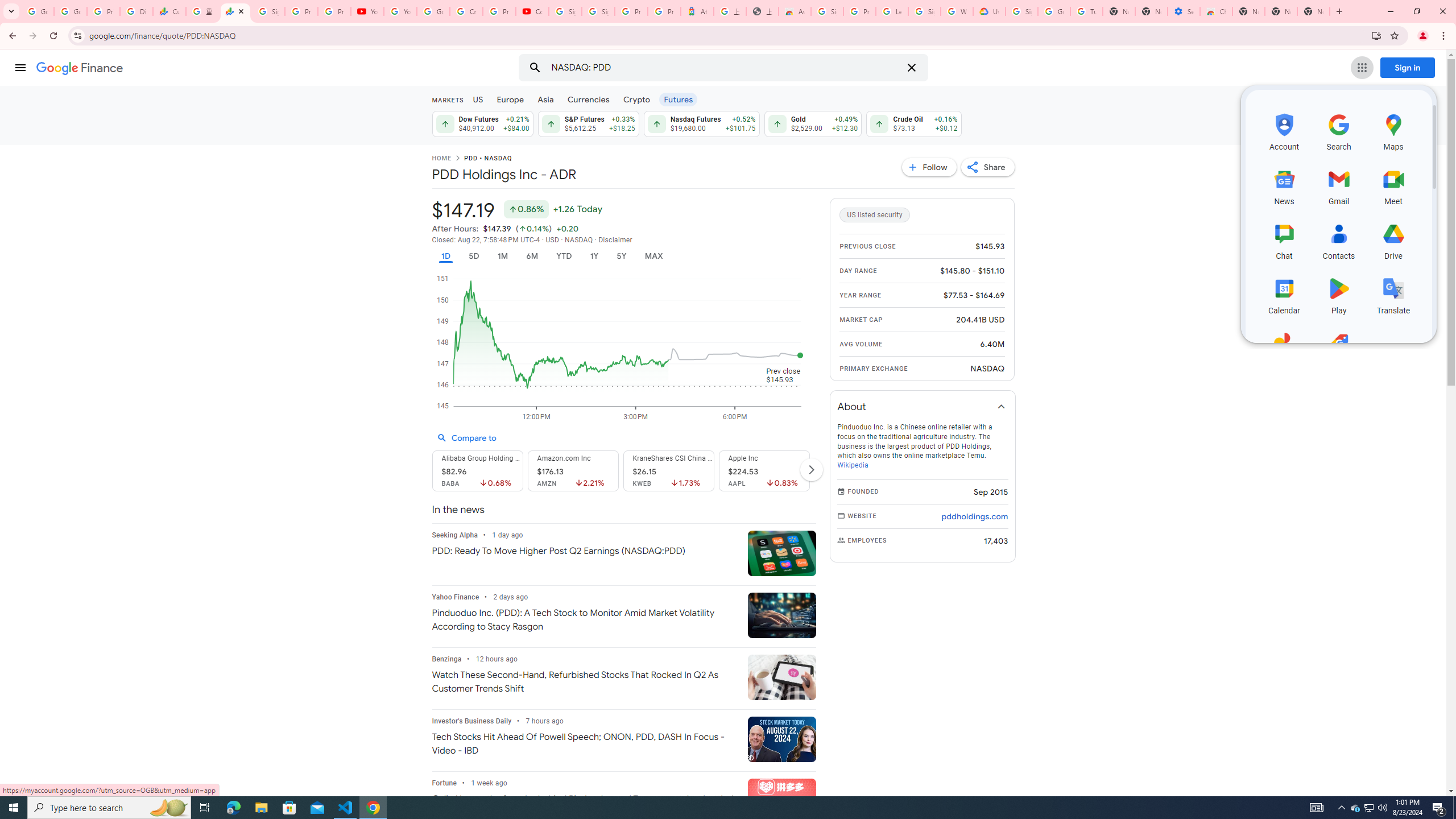  What do you see at coordinates (701, 123) in the screenshot?
I see `'Nasdaq Futures $19,680.00 Up by 0.55% +$101.75'` at bounding box center [701, 123].